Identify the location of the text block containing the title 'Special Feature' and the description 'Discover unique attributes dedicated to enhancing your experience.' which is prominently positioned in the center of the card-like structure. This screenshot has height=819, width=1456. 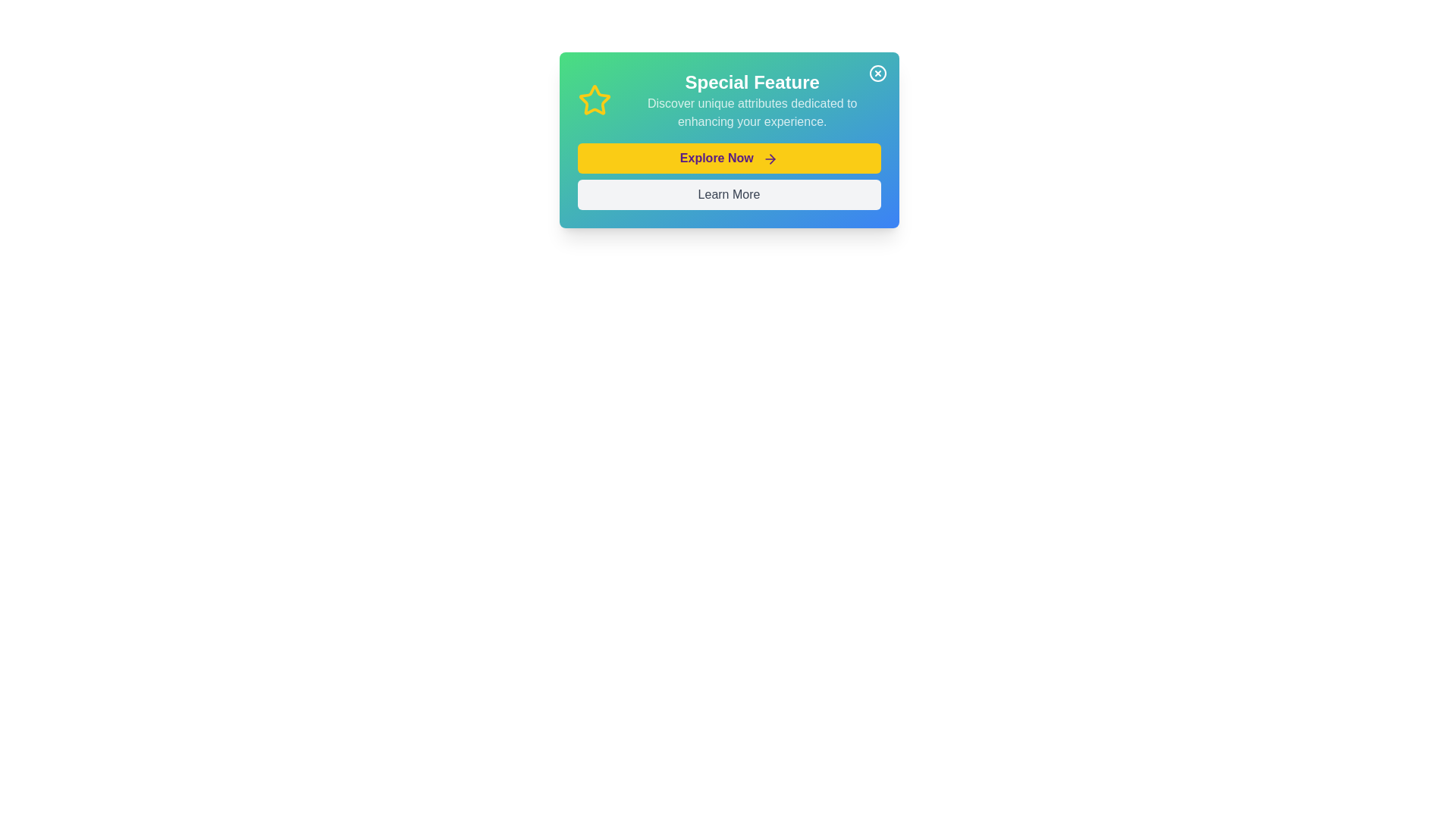
(752, 100).